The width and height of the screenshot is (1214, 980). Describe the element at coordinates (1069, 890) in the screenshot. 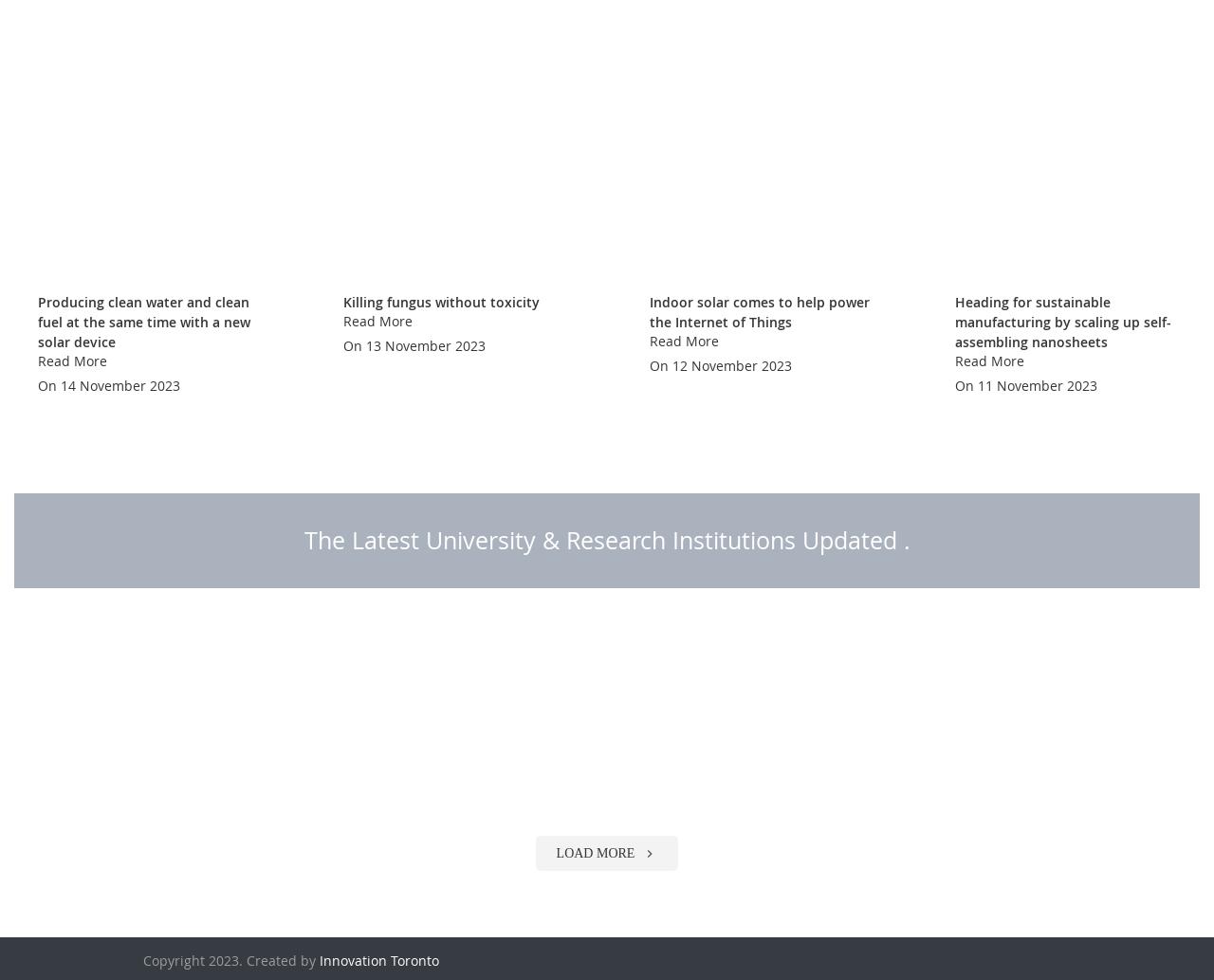

I see `'Argonne National Laboratory'` at that location.